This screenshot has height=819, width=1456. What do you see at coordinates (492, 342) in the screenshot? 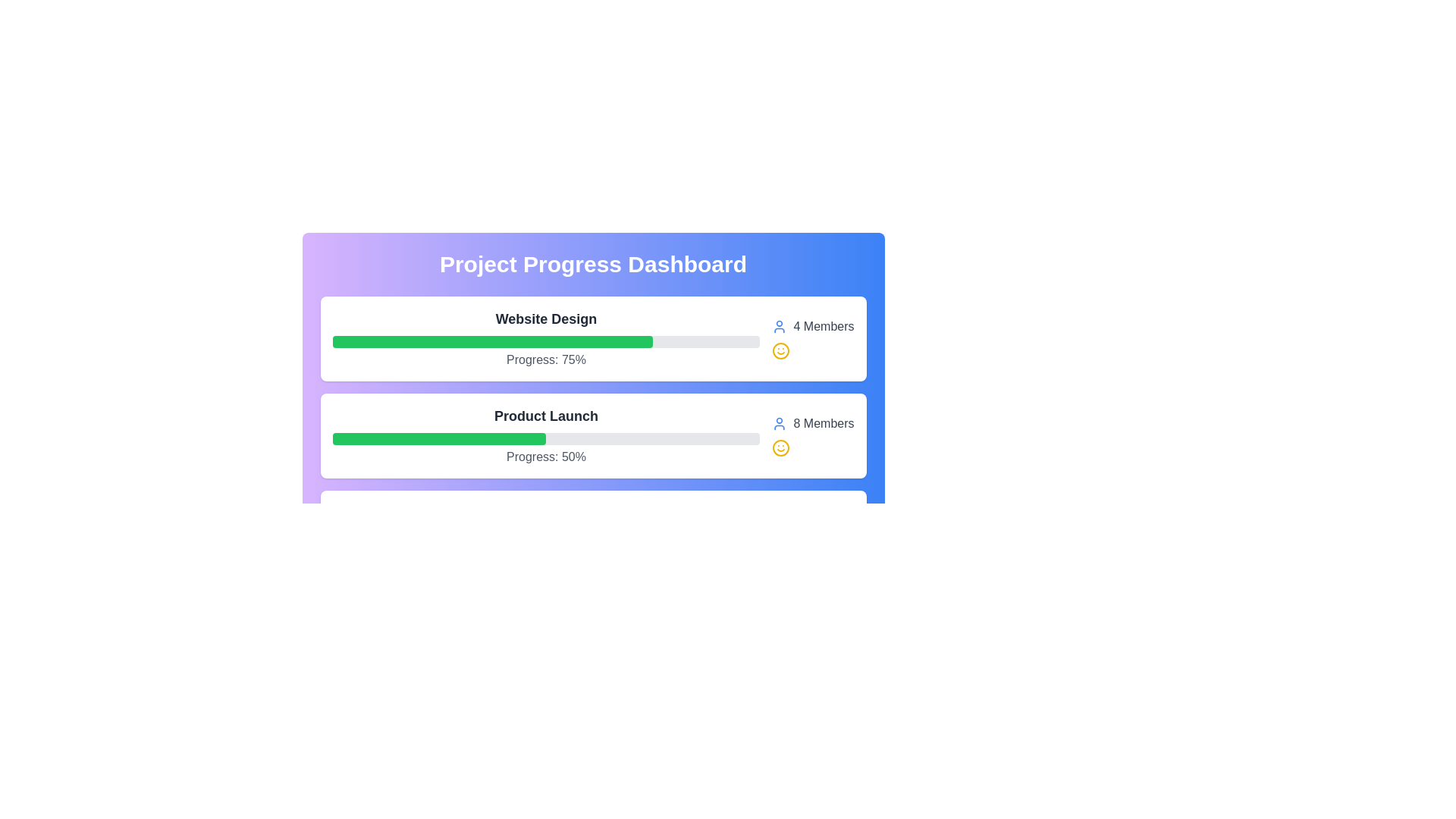
I see `the green filled portion of the progress bar indicating 75% progress in the 'Website Design' section` at bounding box center [492, 342].